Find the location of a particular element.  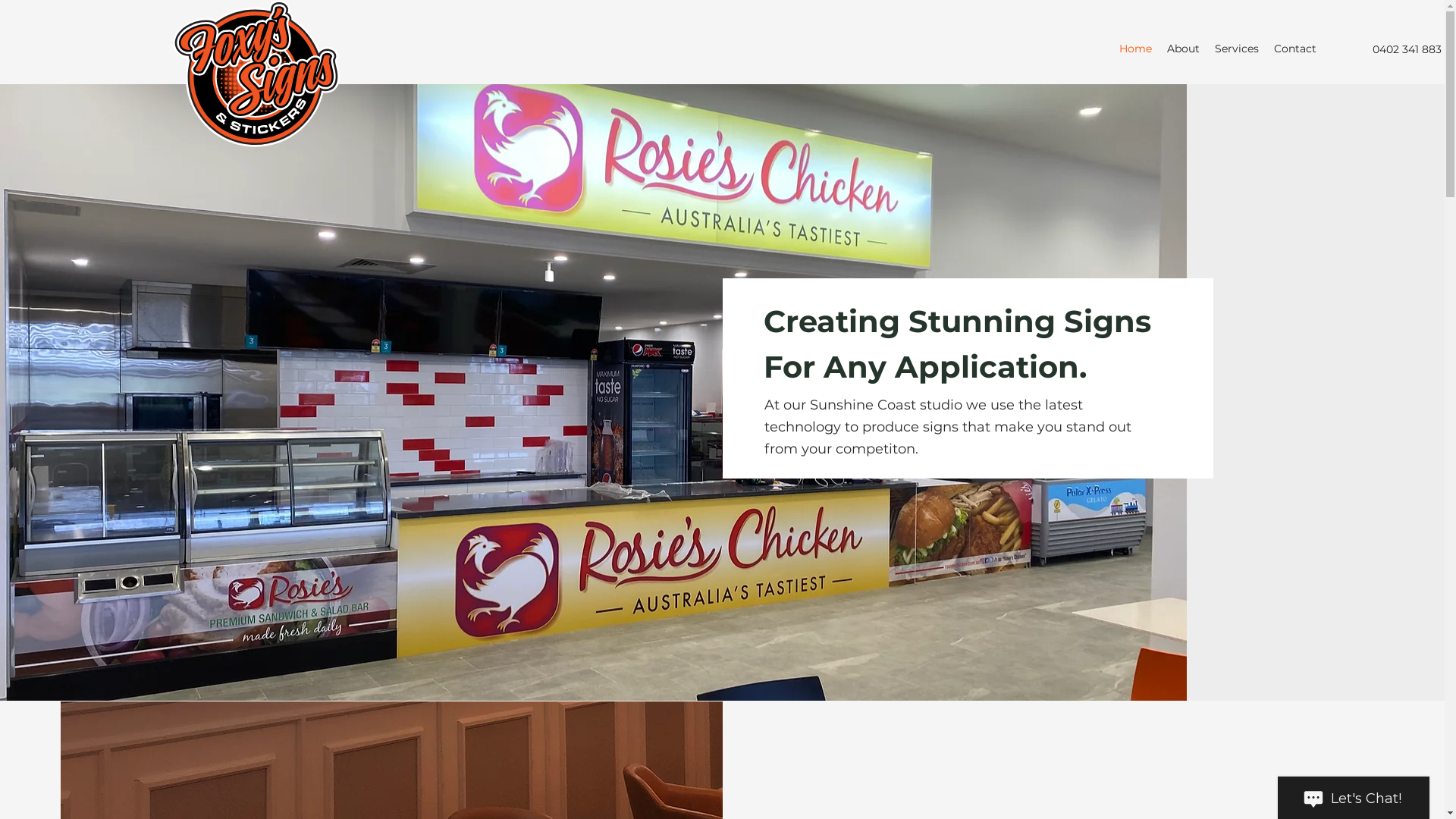

'Services' is located at coordinates (1237, 48).